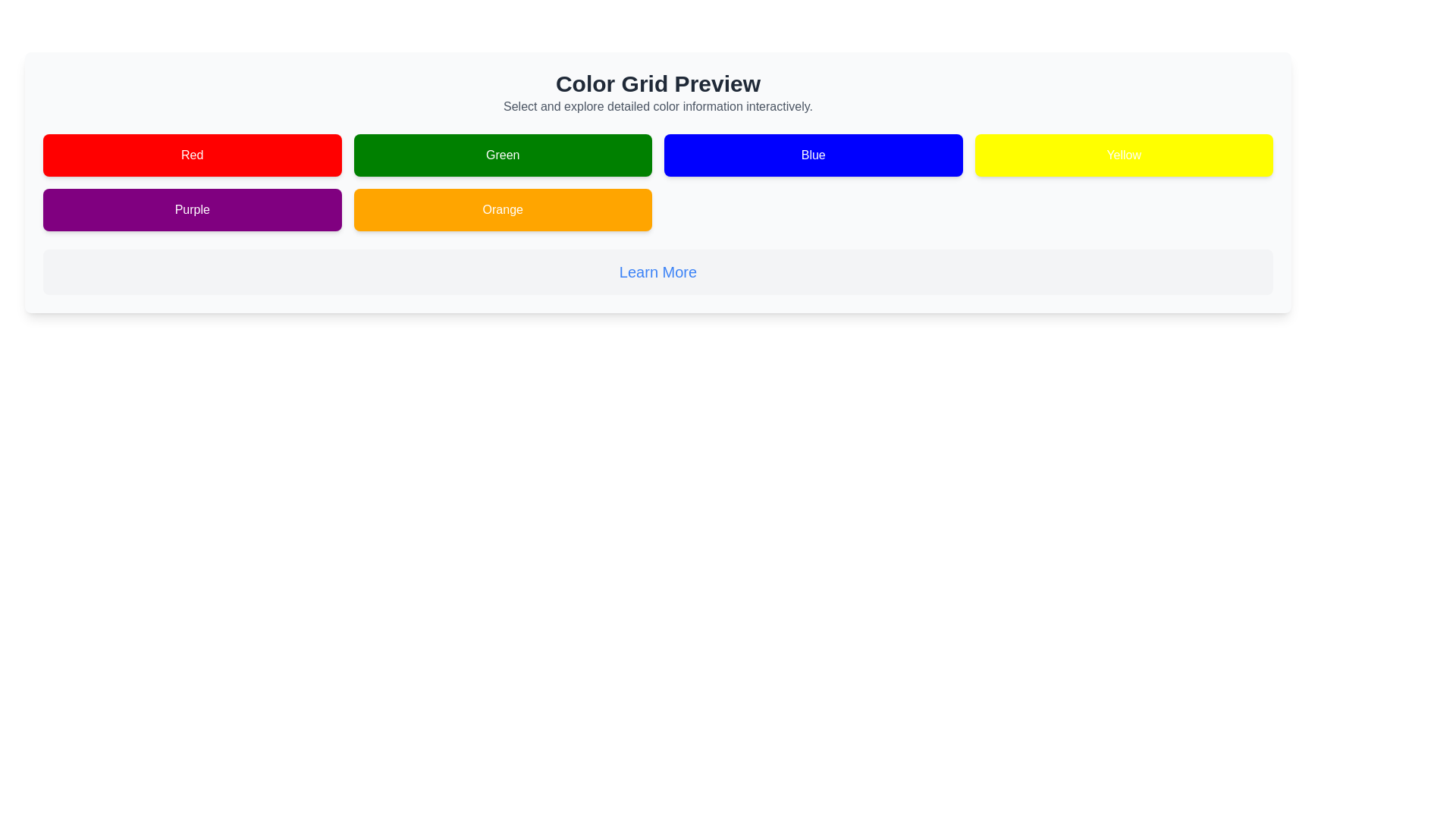 The width and height of the screenshot is (1456, 819). I want to click on the selectable blue button located in the first row and third block from the left, bordered by a green block on the left and a yellow block on the right, to trigger a visual response, so click(812, 155).